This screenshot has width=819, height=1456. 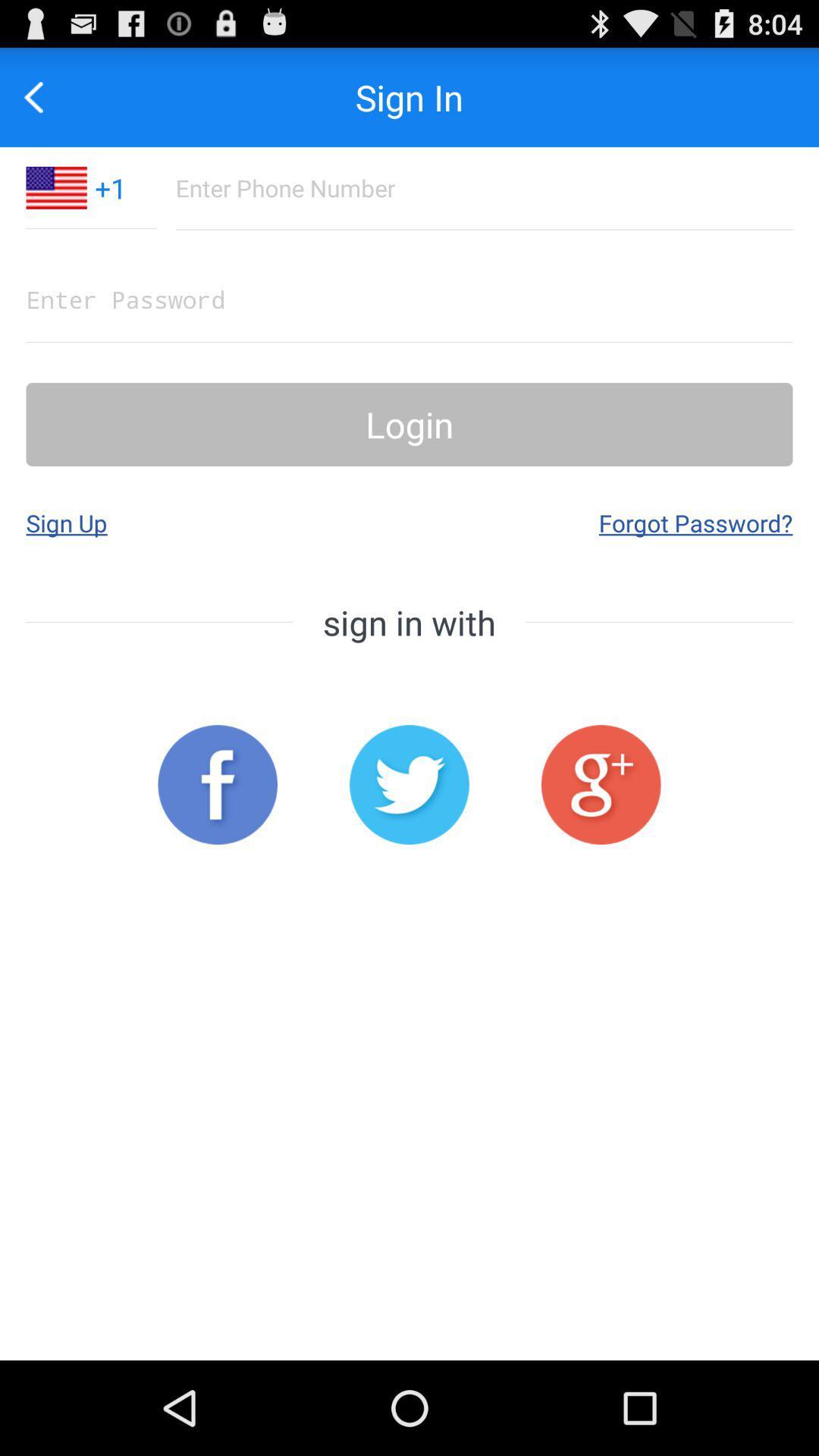 What do you see at coordinates (55, 187) in the screenshot?
I see `the app next to the +1 item` at bounding box center [55, 187].